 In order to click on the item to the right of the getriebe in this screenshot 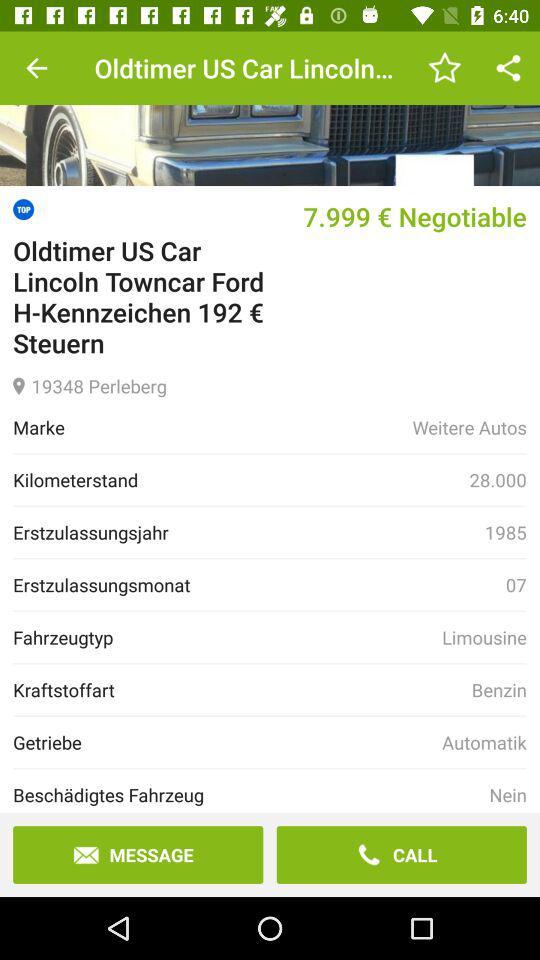, I will do `click(483, 741)`.